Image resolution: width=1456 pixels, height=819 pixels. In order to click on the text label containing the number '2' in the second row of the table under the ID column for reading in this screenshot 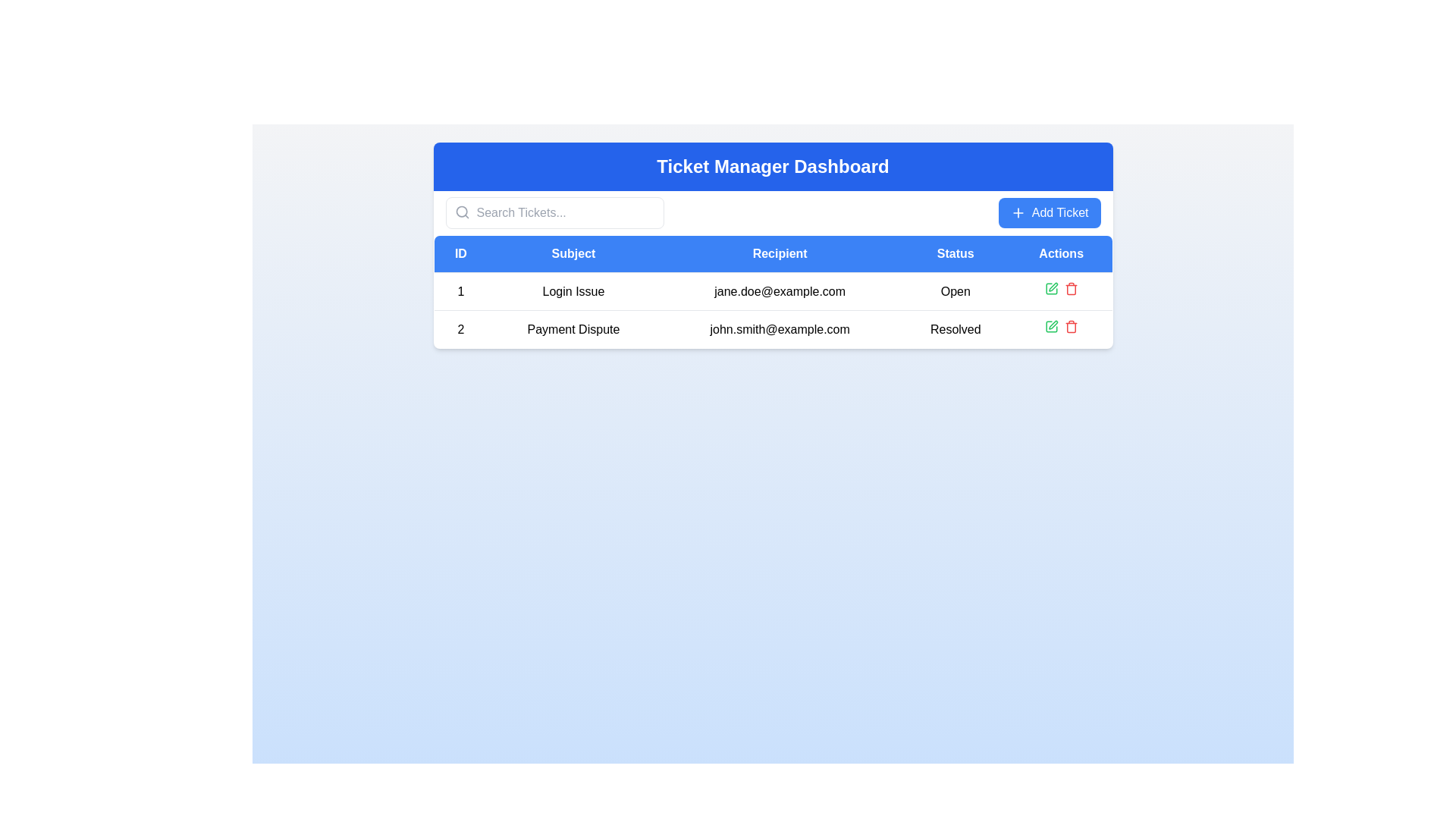, I will do `click(460, 328)`.